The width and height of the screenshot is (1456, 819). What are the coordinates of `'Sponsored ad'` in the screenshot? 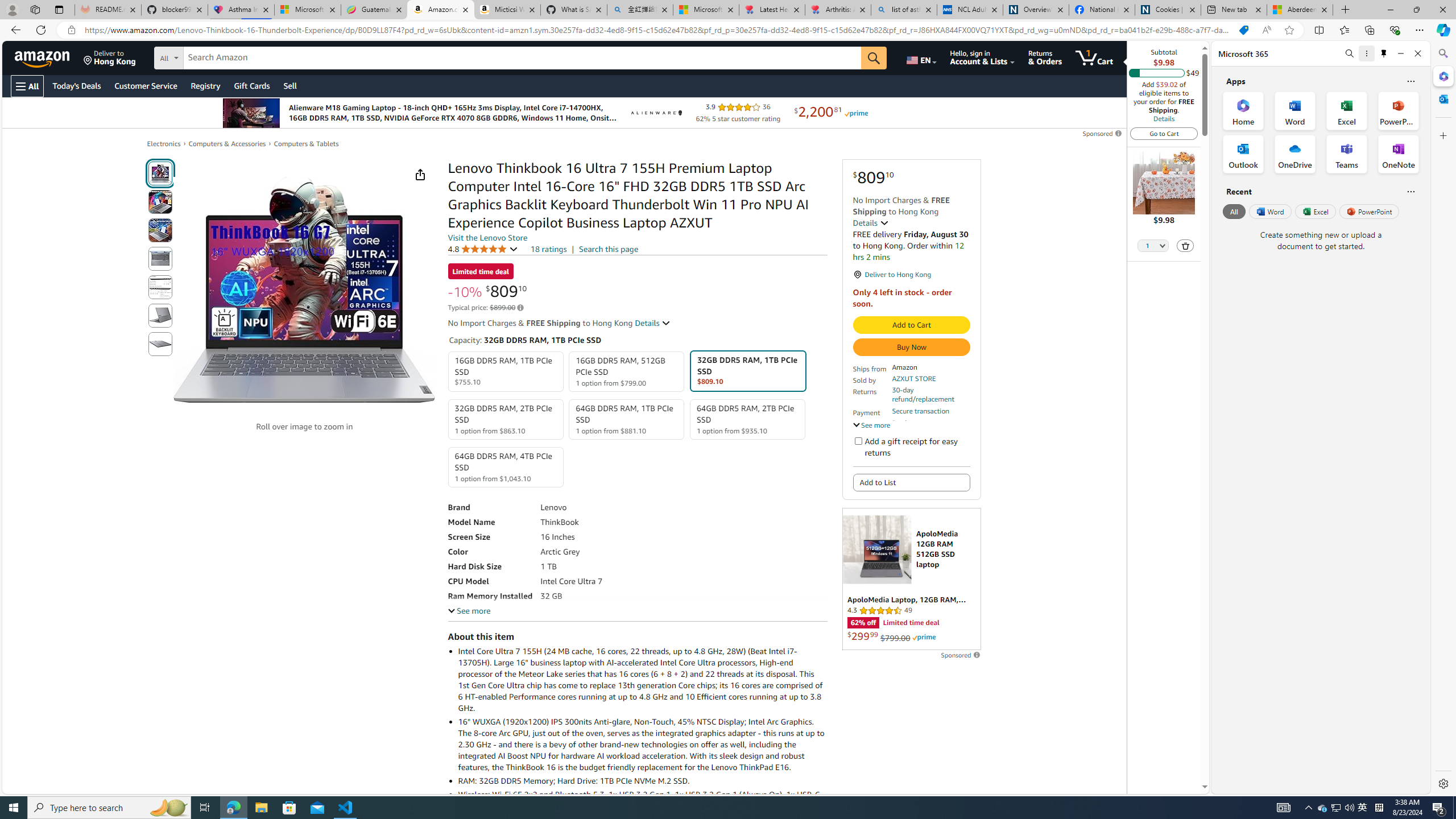 It's located at (911, 579).